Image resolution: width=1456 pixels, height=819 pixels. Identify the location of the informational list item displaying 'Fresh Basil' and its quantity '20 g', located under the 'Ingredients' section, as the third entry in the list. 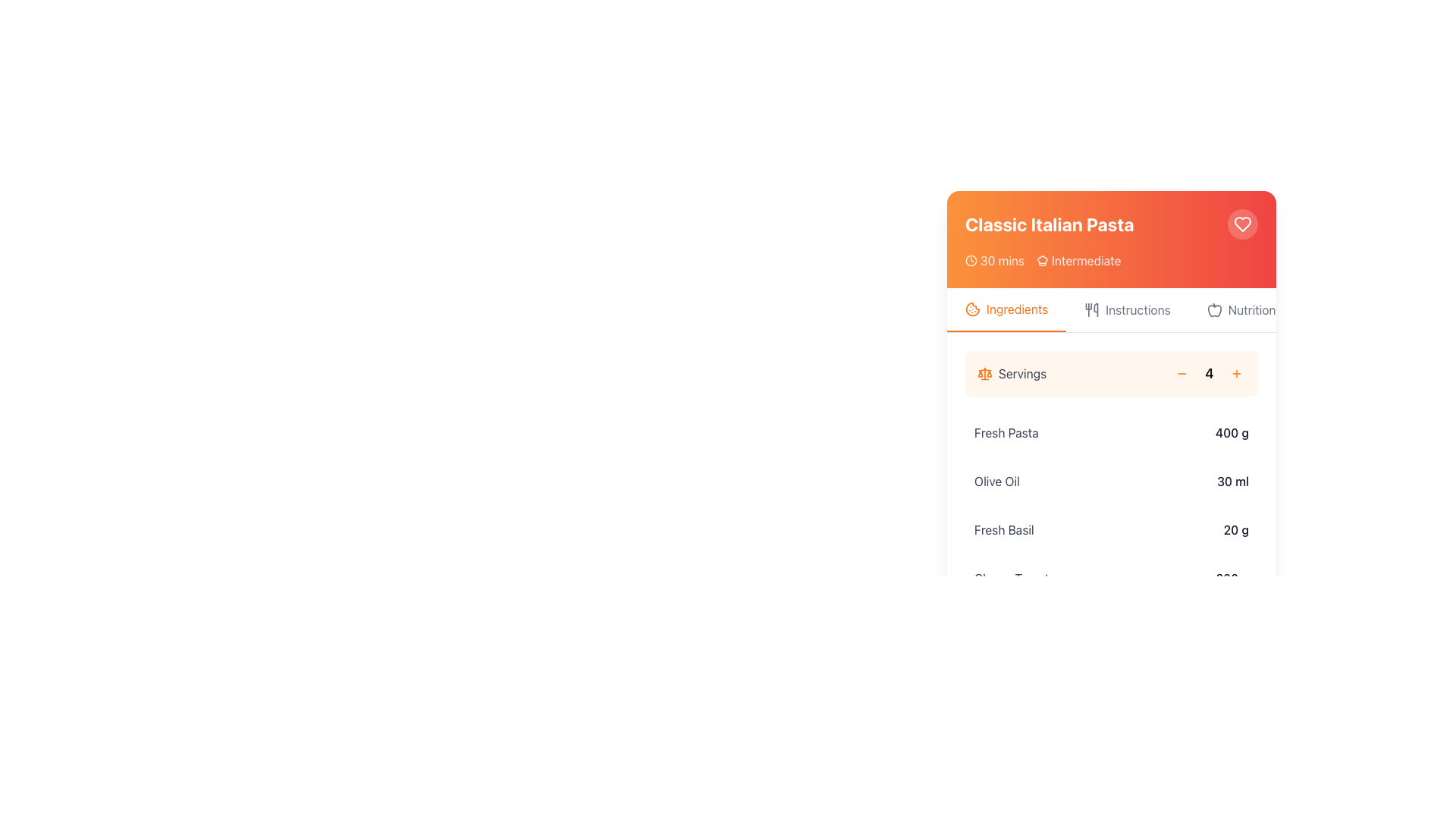
(1111, 529).